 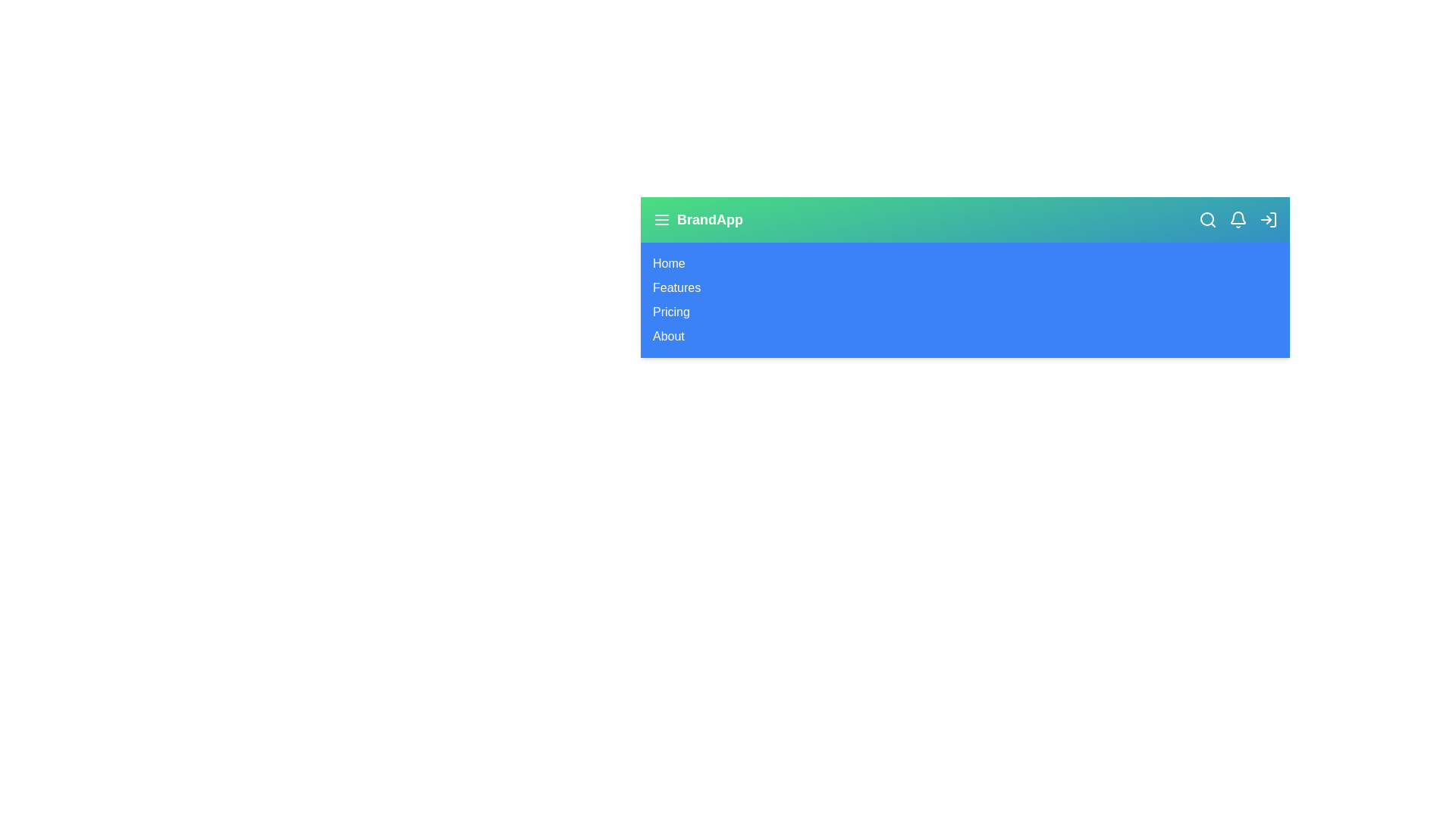 What do you see at coordinates (670, 312) in the screenshot?
I see `the menu item corresponding to Pricing to navigate to that section` at bounding box center [670, 312].